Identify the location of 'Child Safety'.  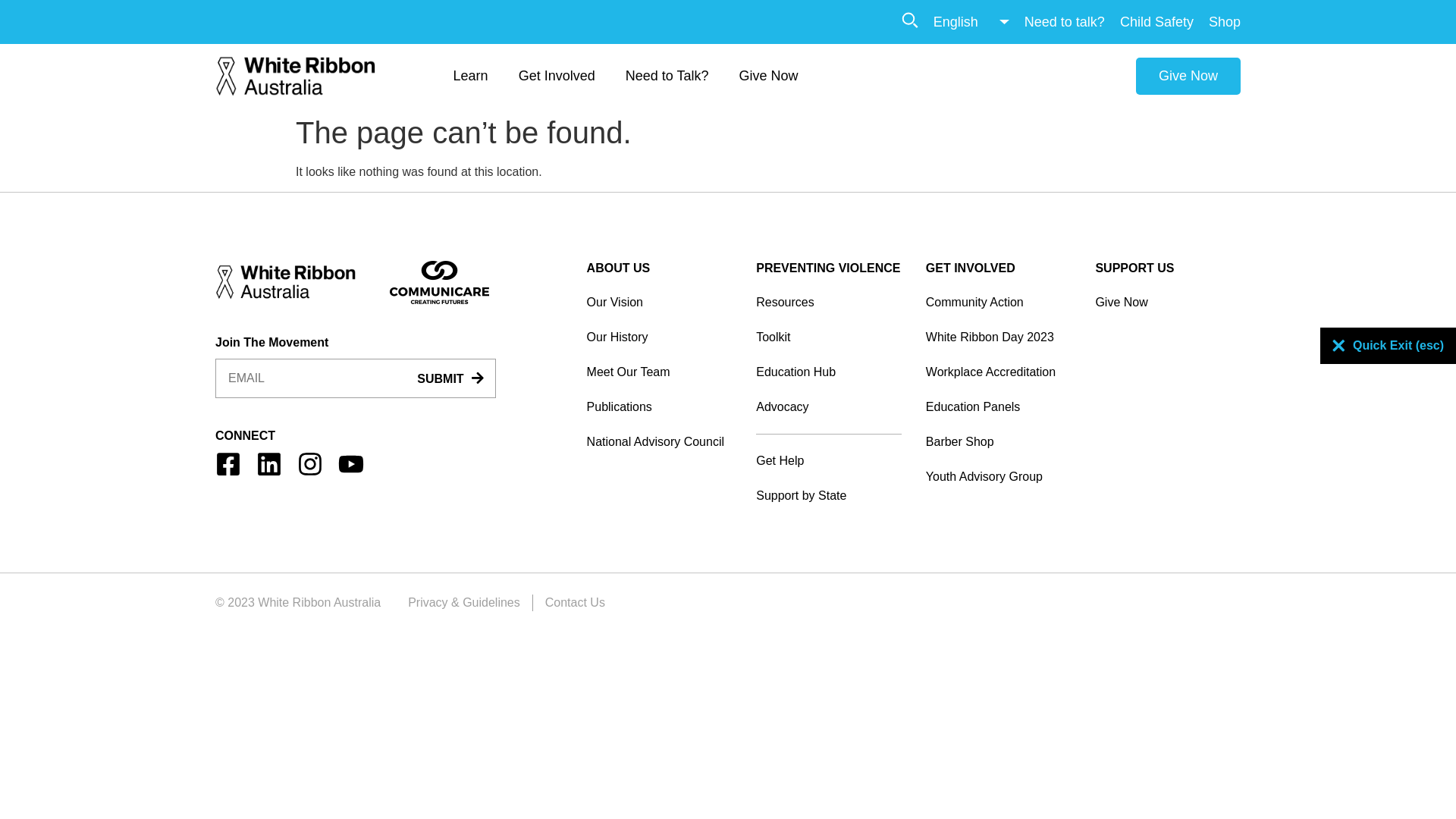
(1120, 21).